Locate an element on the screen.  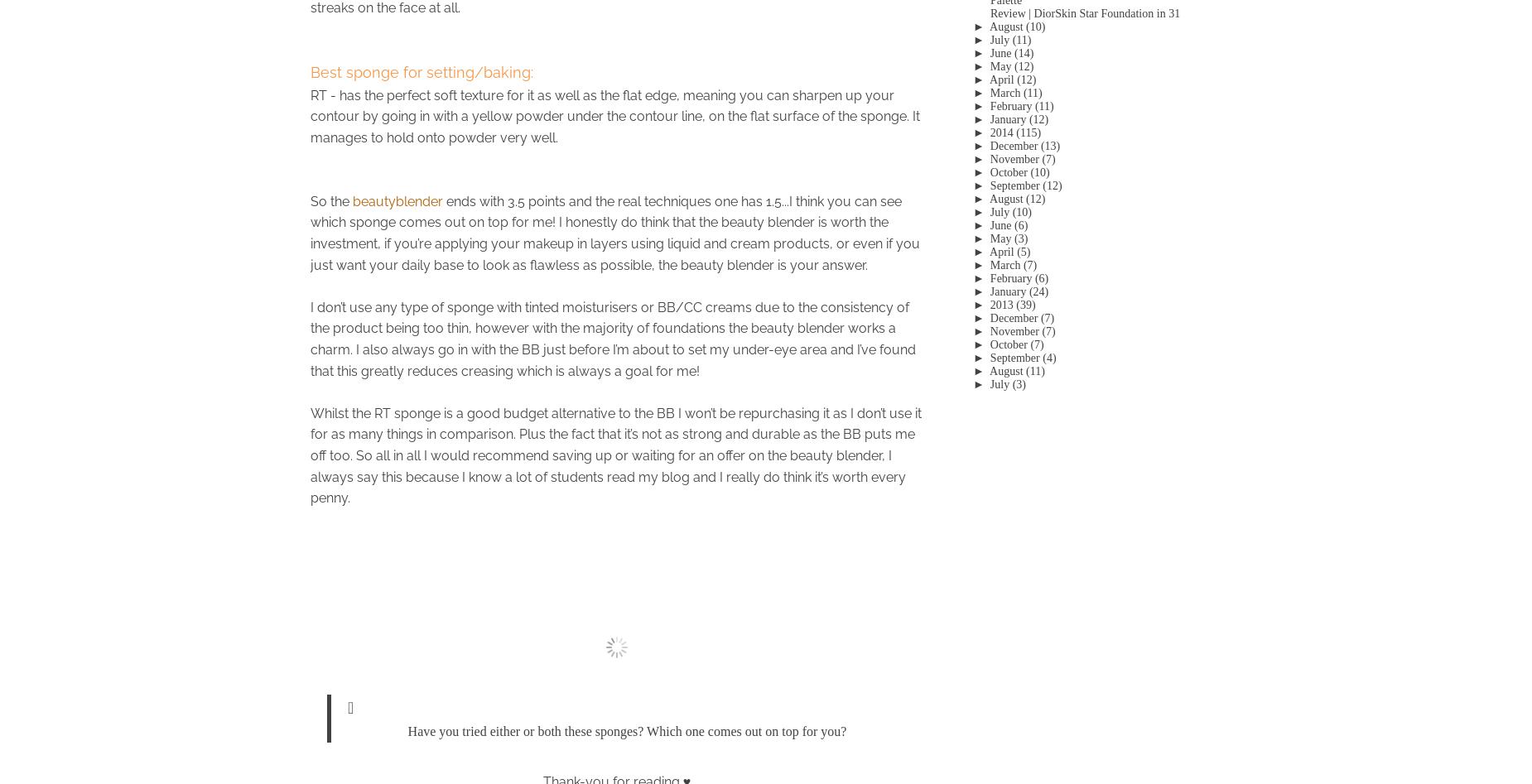
'Review | DiorSkin Star Foundation in 31' is located at coordinates (1084, 12).